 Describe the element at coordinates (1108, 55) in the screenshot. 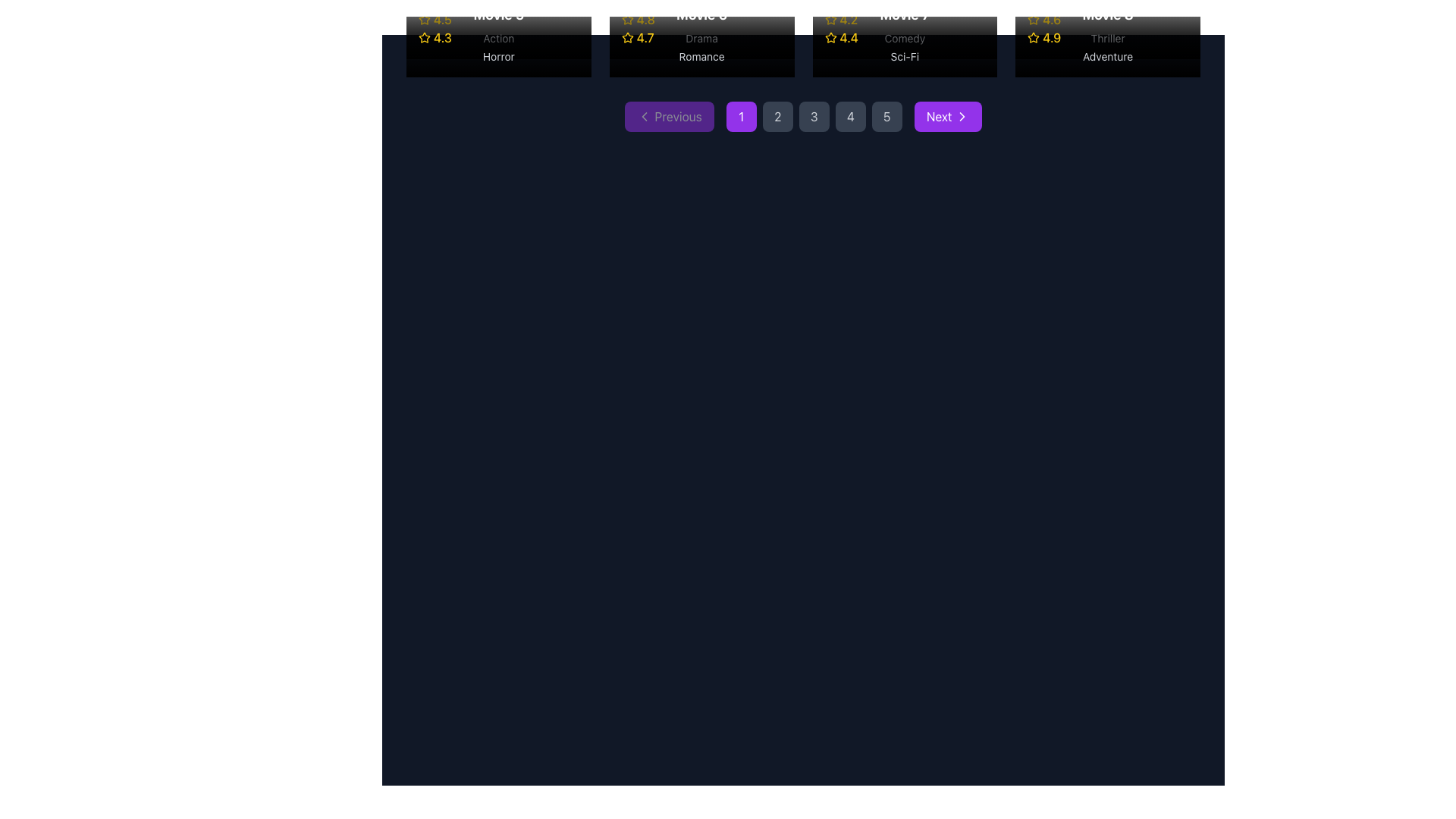

I see `the static text label displaying 'Adventure' located at the bottom right corner of the movie card to read its information` at that location.